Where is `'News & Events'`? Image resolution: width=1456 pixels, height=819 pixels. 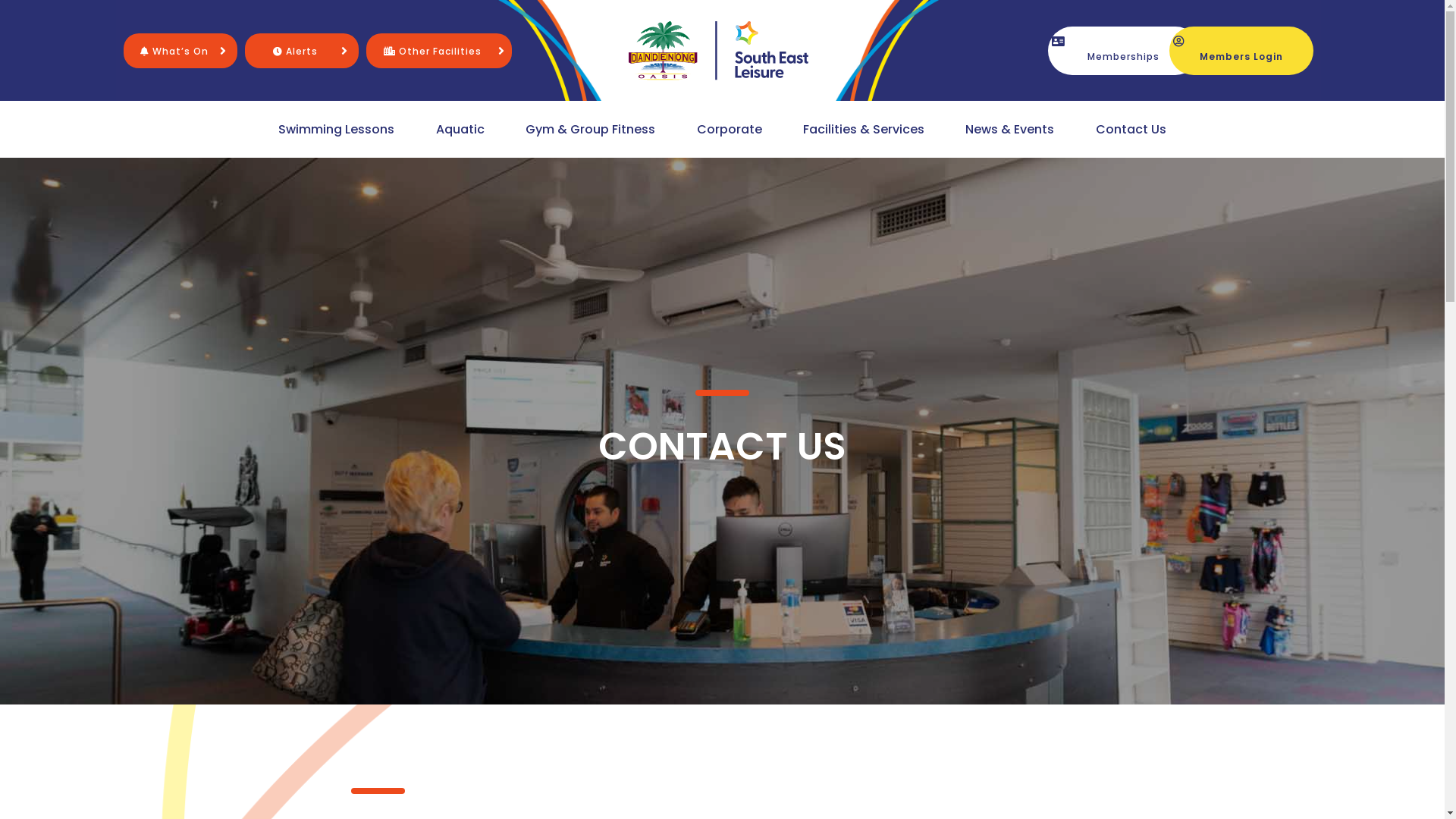 'News & Events' is located at coordinates (960, 128).